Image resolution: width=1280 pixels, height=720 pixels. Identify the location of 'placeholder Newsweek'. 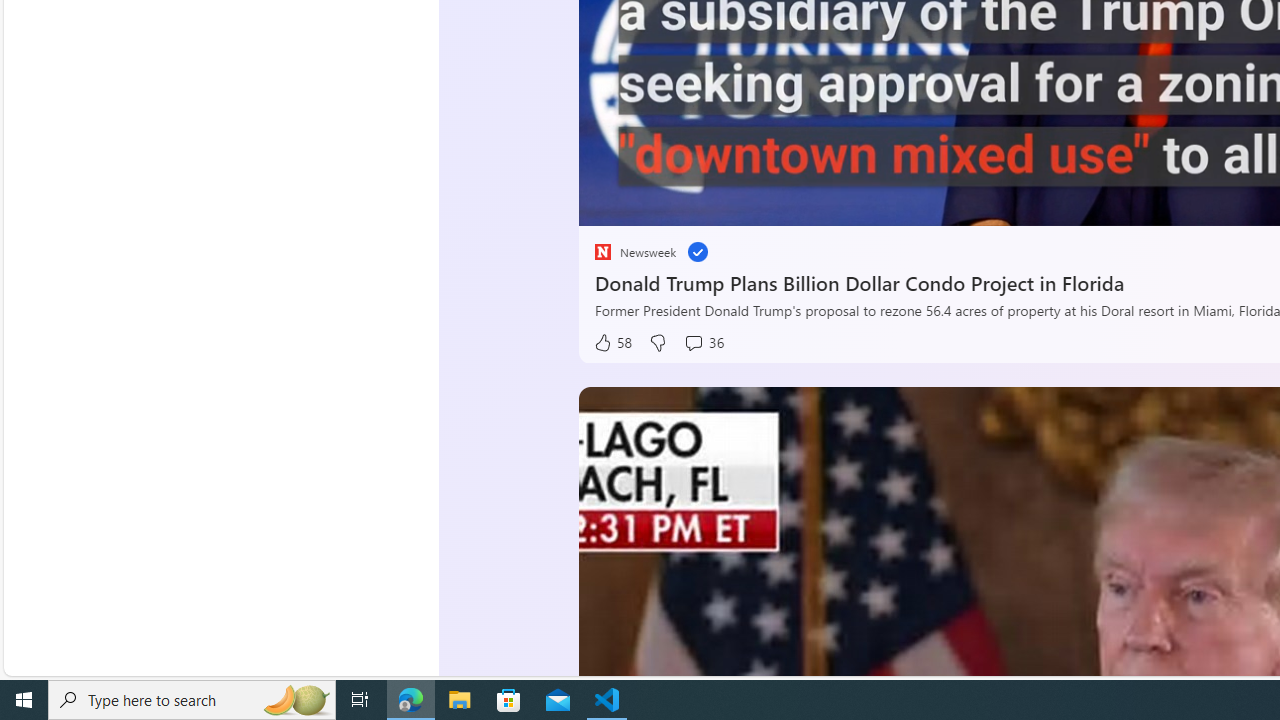
(633, 251).